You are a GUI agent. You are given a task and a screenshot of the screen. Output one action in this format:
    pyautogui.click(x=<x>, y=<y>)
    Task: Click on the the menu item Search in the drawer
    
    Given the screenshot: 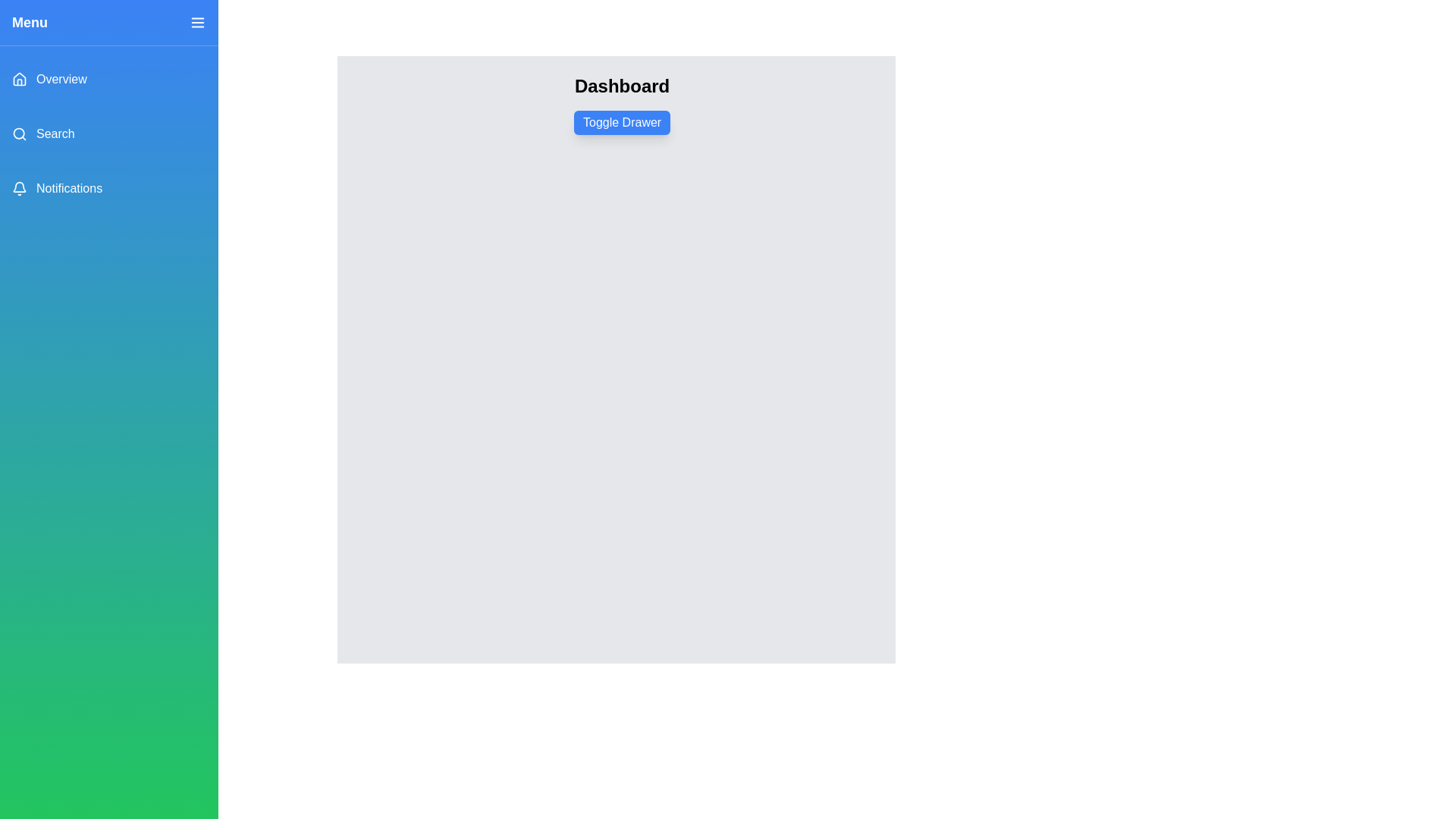 What is the action you would take?
    pyautogui.click(x=108, y=133)
    